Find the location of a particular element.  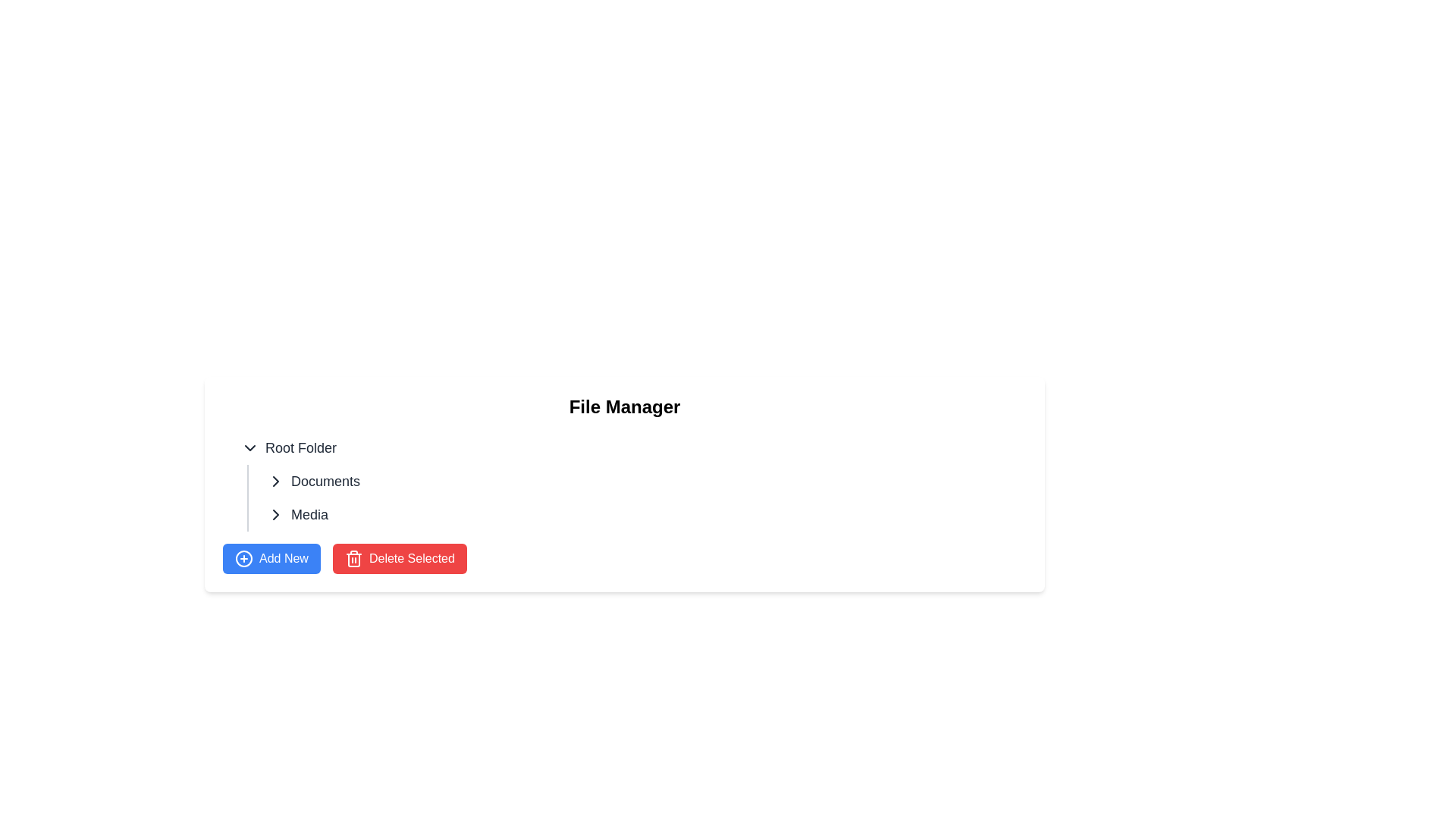

the chevron-right icon button located to the immediate left of the 'Documents' text in the file management interface is located at coordinates (276, 482).